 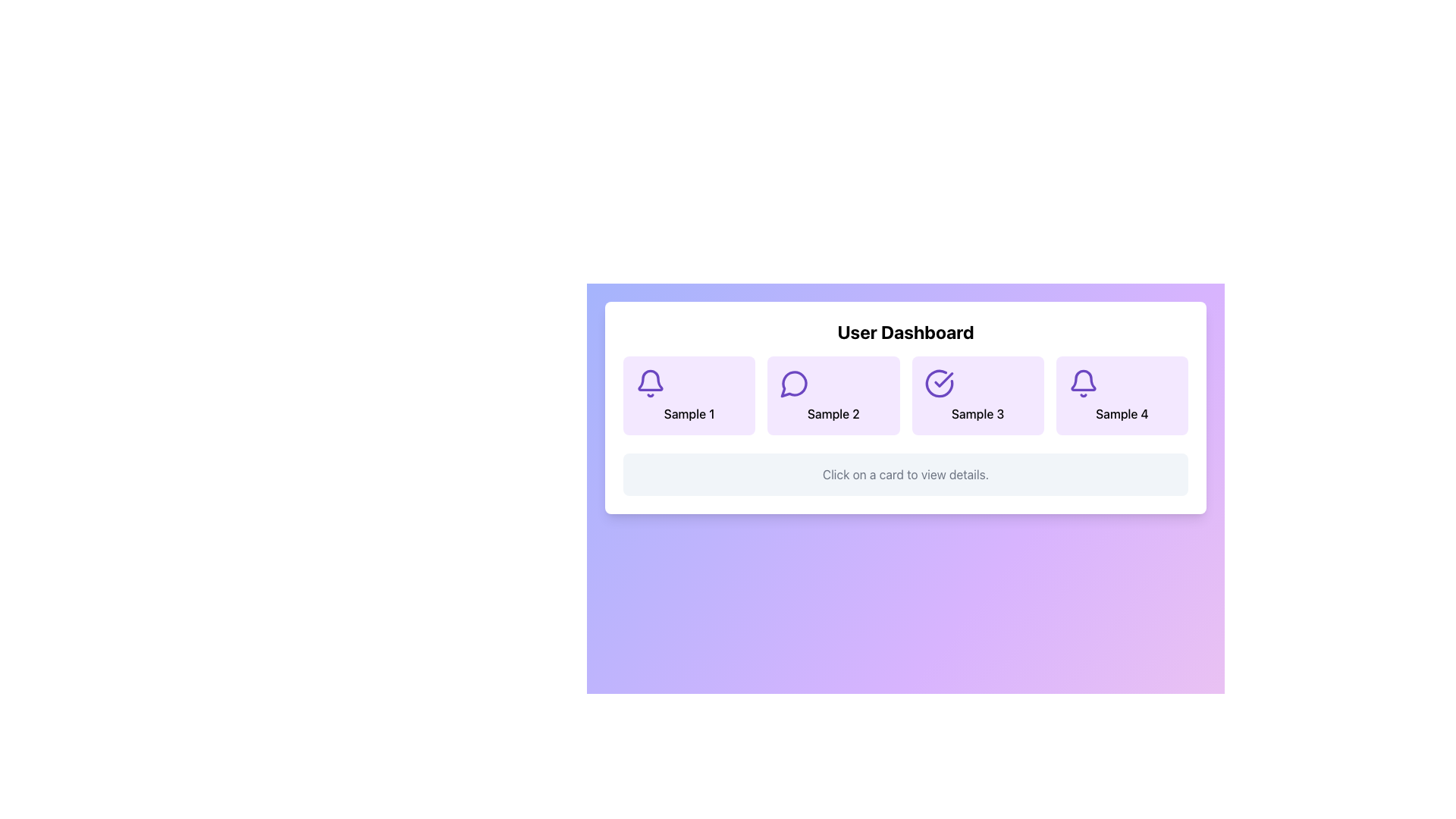 What do you see at coordinates (1122, 394) in the screenshot?
I see `the interactive card labeled 'Sample 4' in the bottom right of the User Dashboard` at bounding box center [1122, 394].